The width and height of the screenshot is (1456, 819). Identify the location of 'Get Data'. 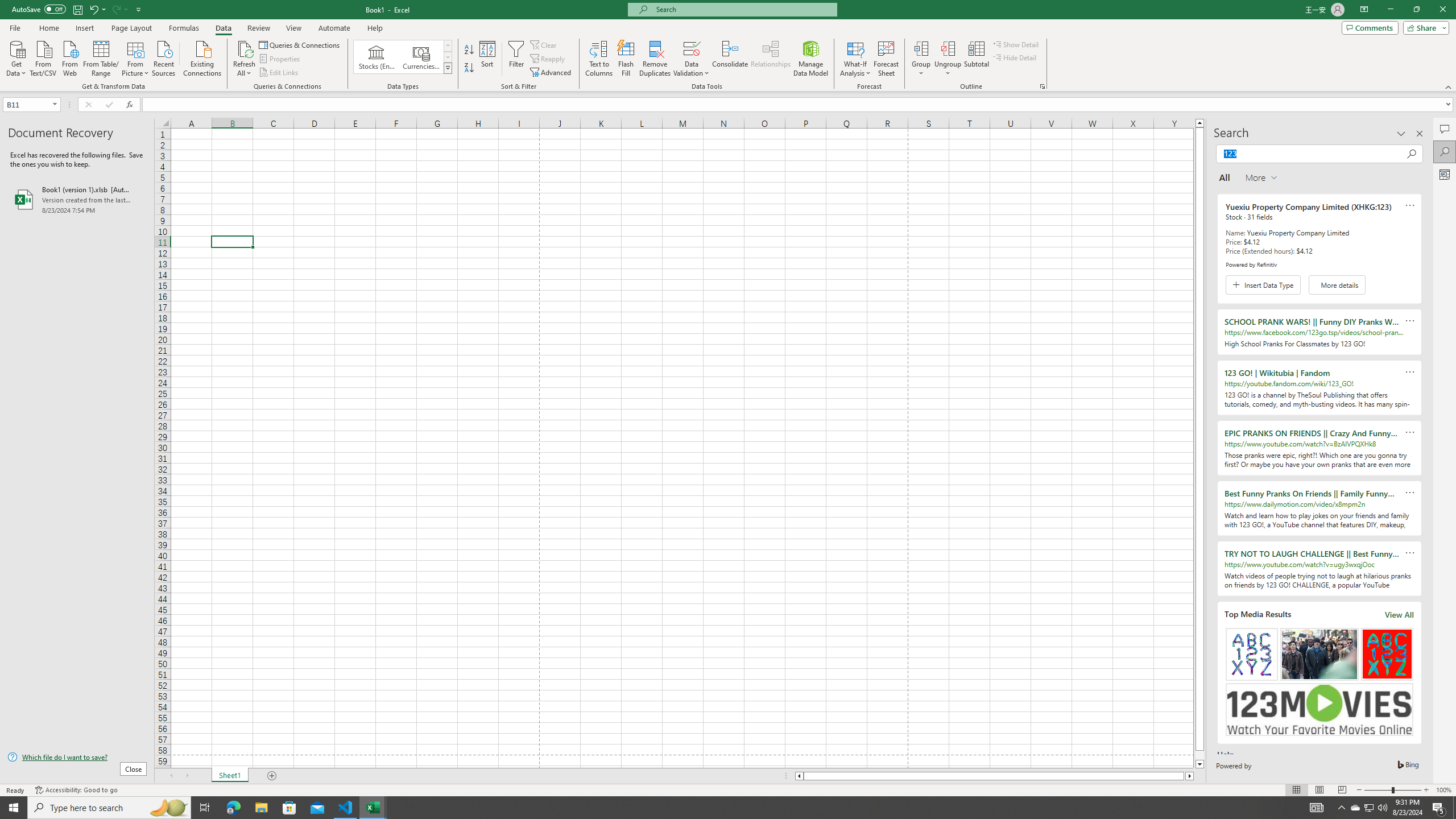
(16, 57).